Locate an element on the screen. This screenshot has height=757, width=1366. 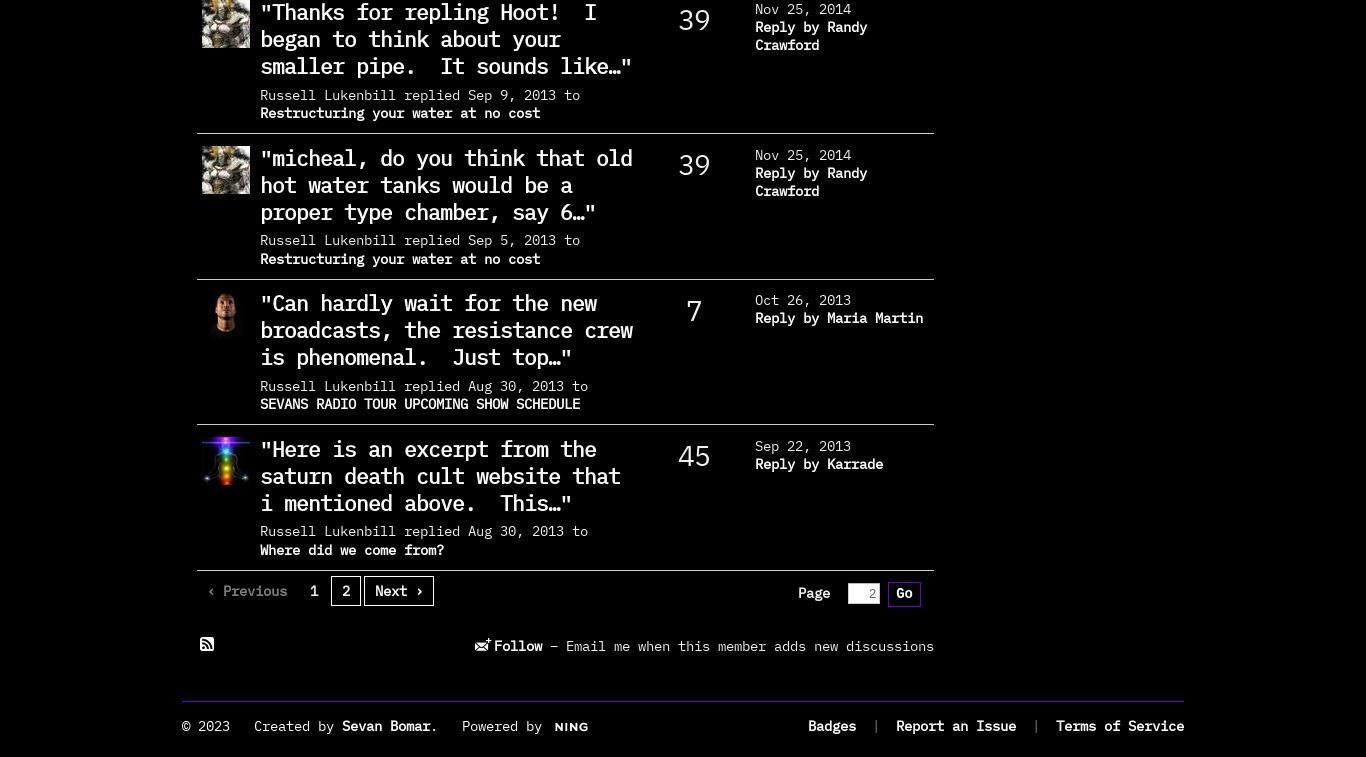
'Russell Lukenbill replied Sep 5, 2013 to' is located at coordinates (419, 238).